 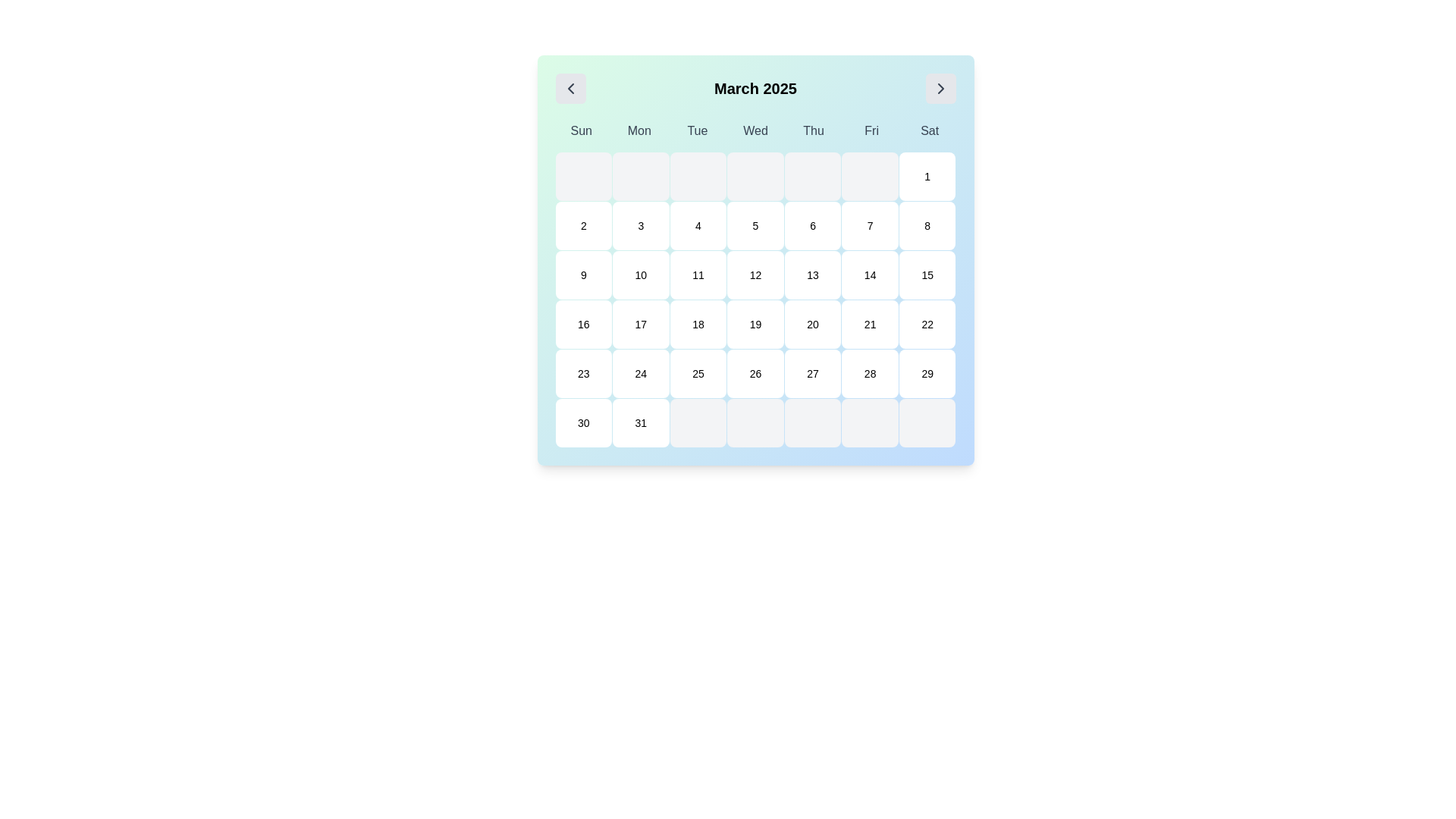 I want to click on the button with a gray background and rounded corners, located at the far right of the header section of a calendar interface, to indicate its active state, so click(x=940, y=88).